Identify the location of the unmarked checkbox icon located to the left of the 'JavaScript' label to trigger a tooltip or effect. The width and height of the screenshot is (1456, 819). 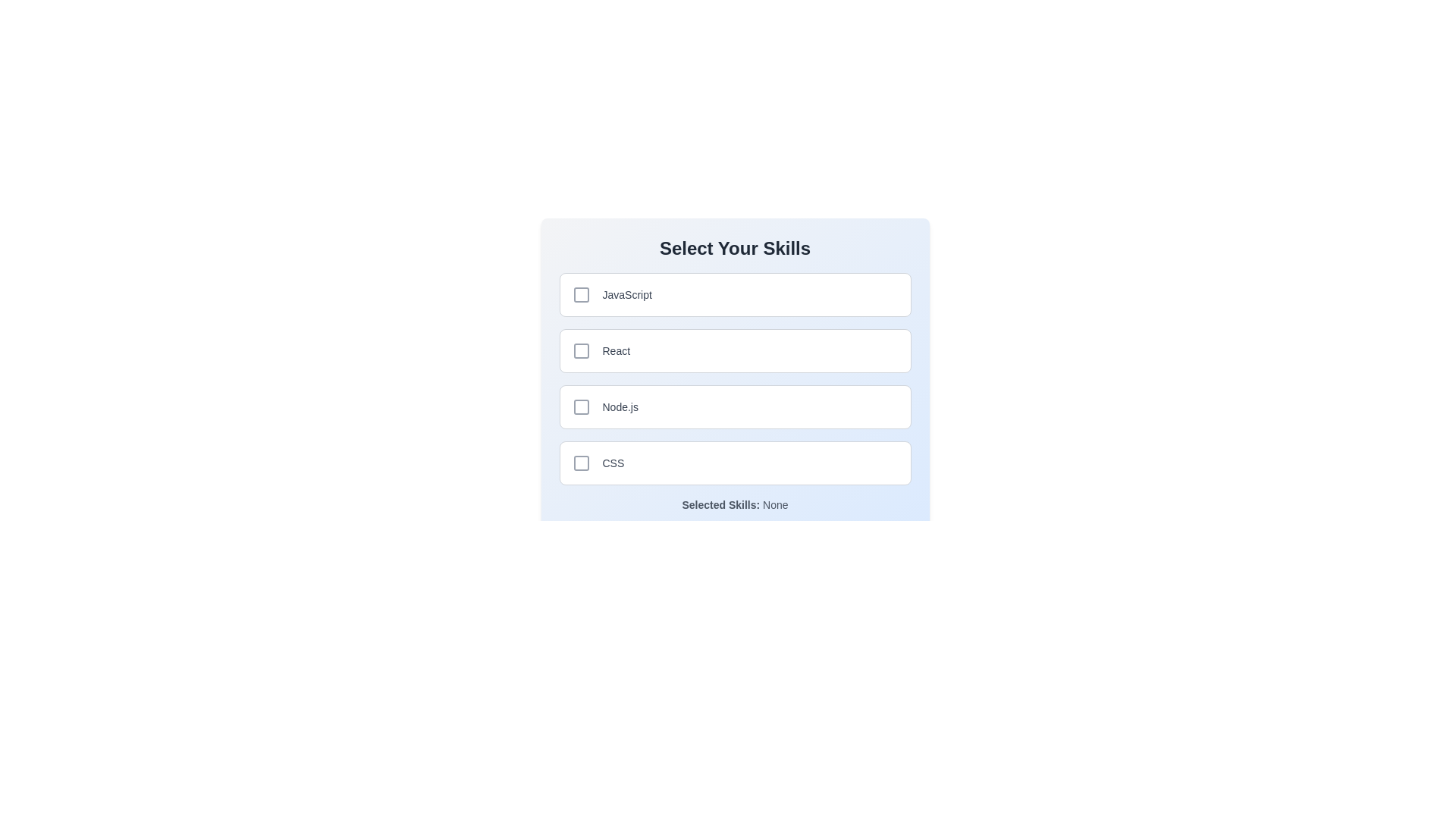
(580, 295).